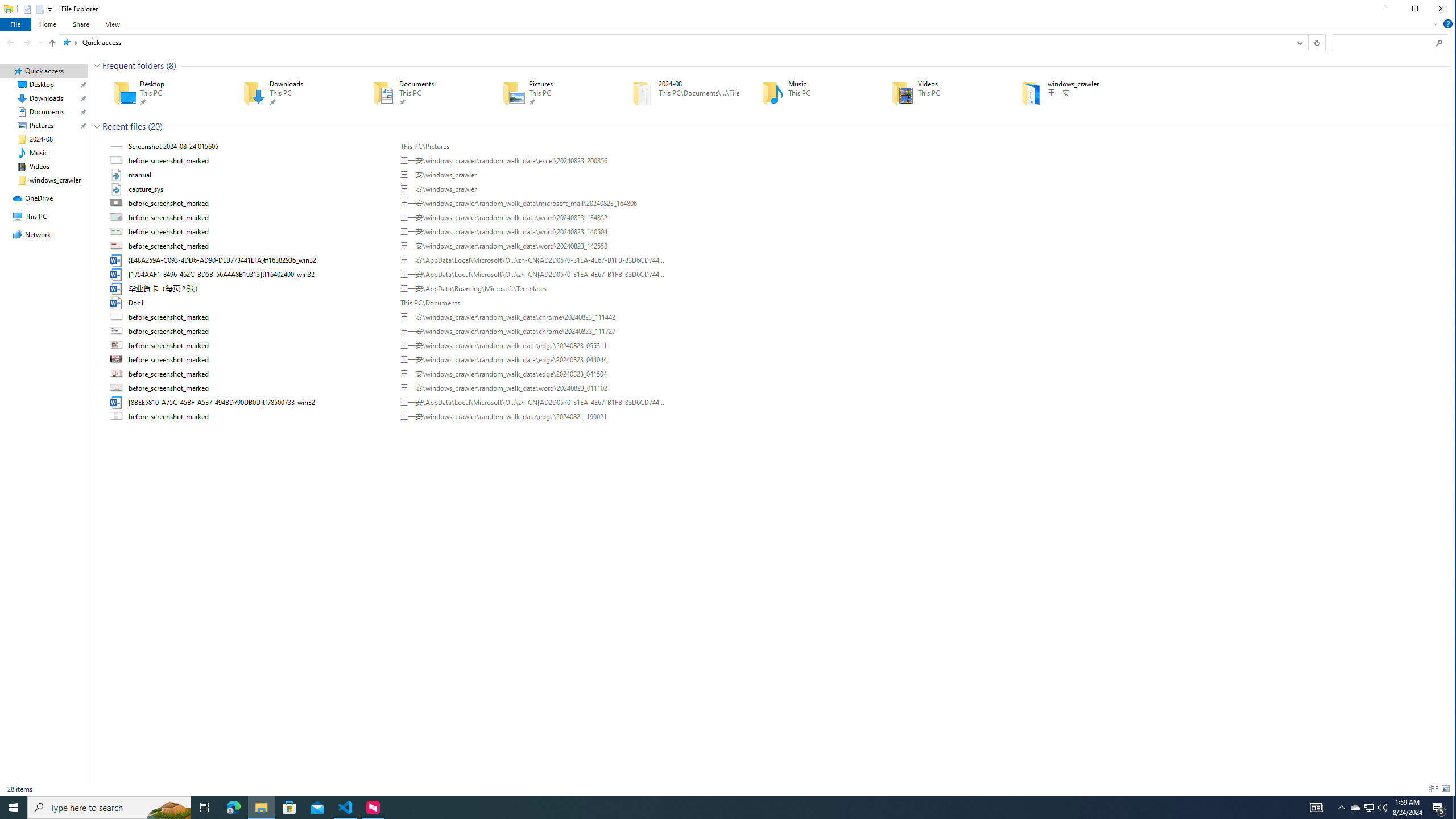  Describe the element at coordinates (1441, 9) in the screenshot. I see `'Close'` at that location.